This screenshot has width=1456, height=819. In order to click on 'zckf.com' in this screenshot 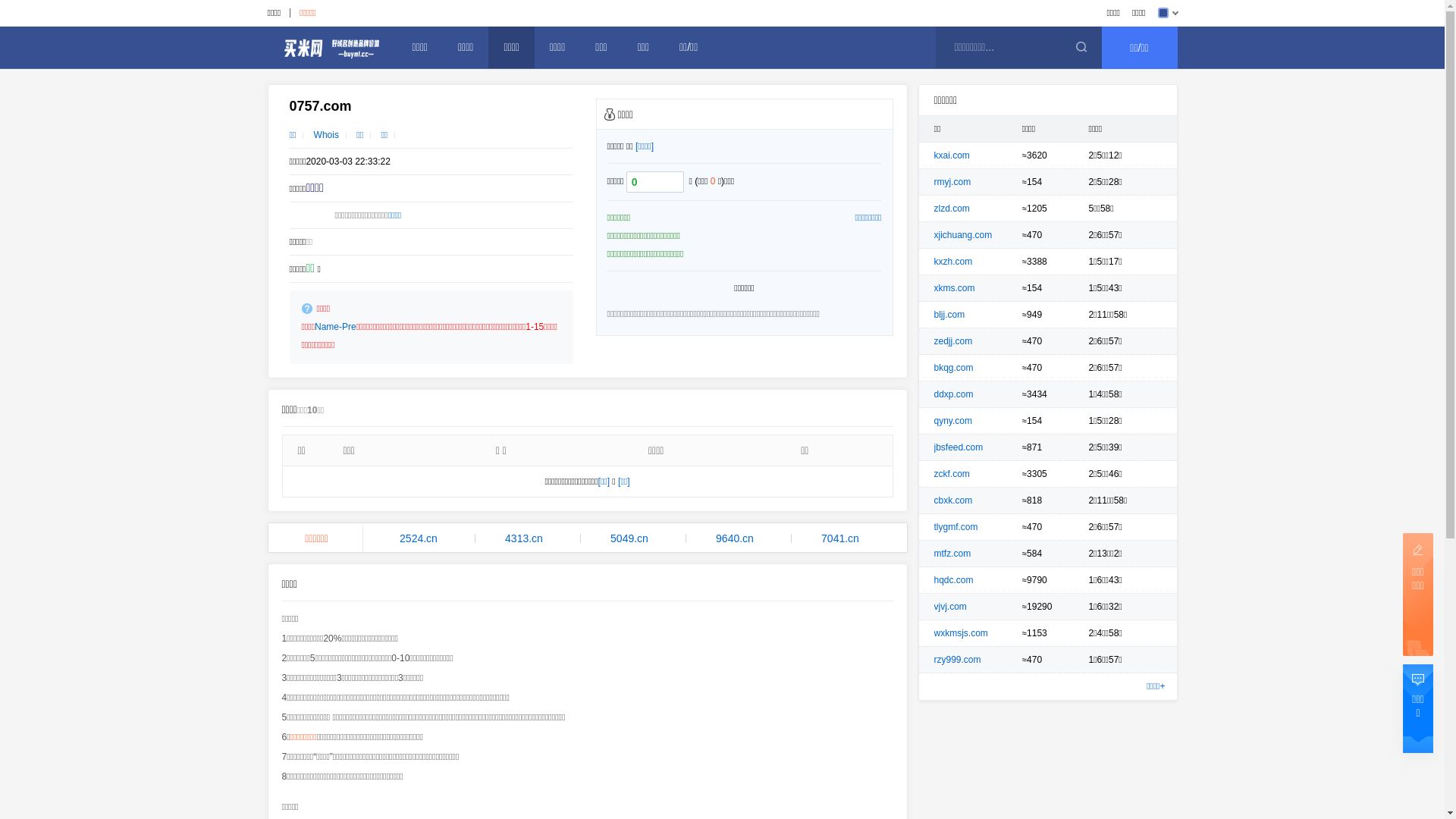, I will do `click(951, 472)`.